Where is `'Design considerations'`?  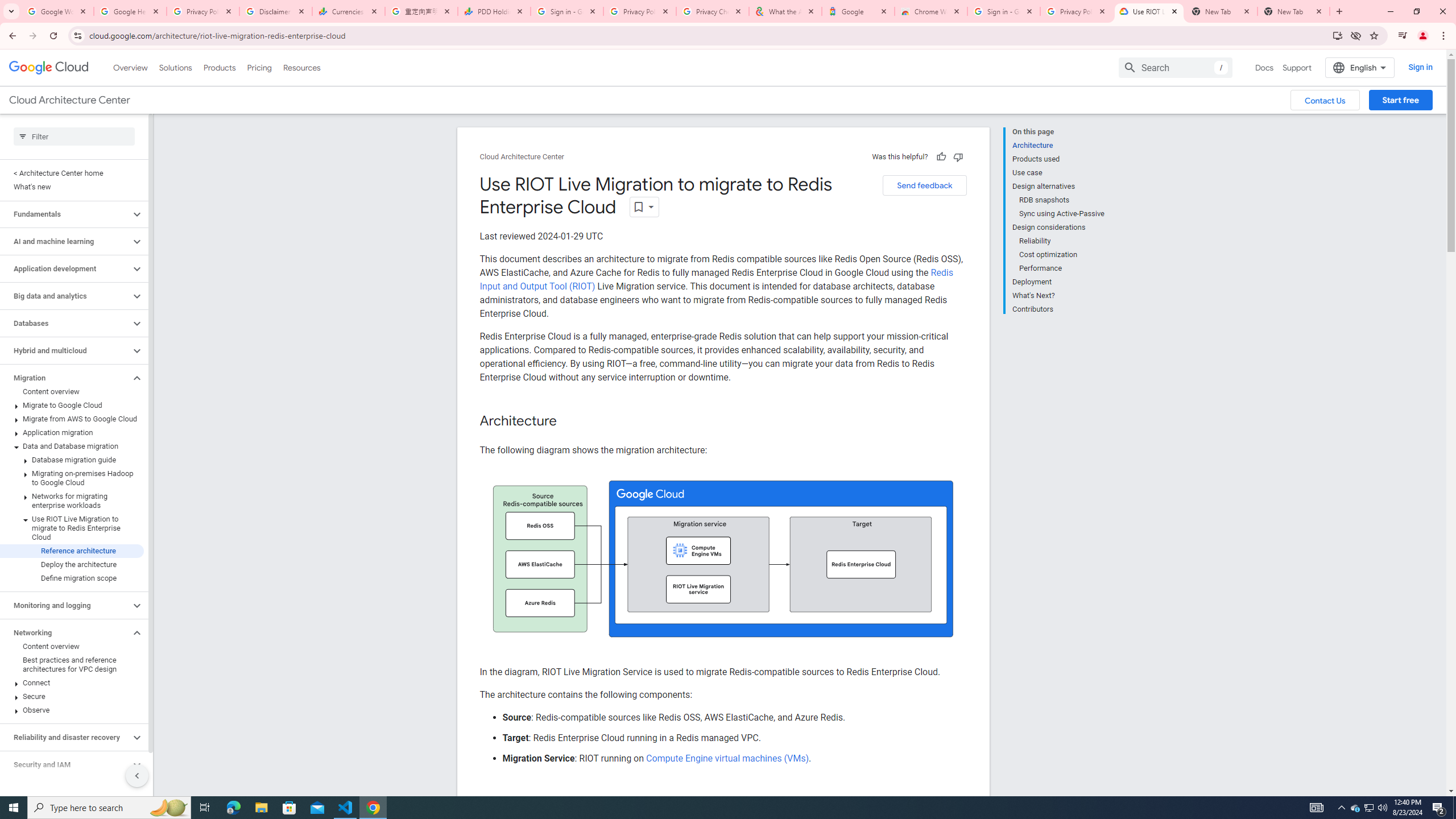 'Design considerations' is located at coordinates (1058, 226).